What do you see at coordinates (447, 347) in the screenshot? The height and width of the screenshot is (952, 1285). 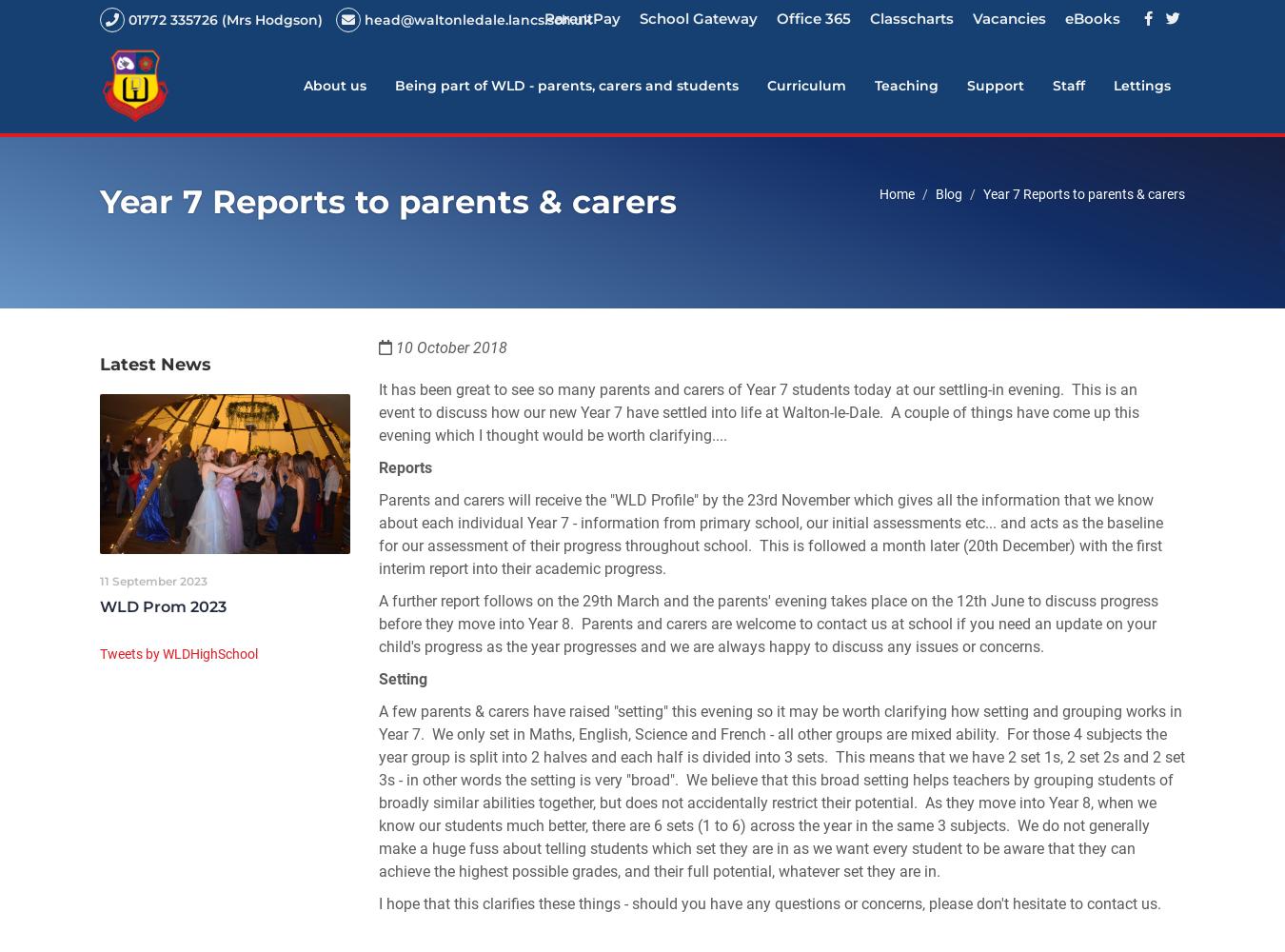 I see `'10 October 2018'` at bounding box center [447, 347].